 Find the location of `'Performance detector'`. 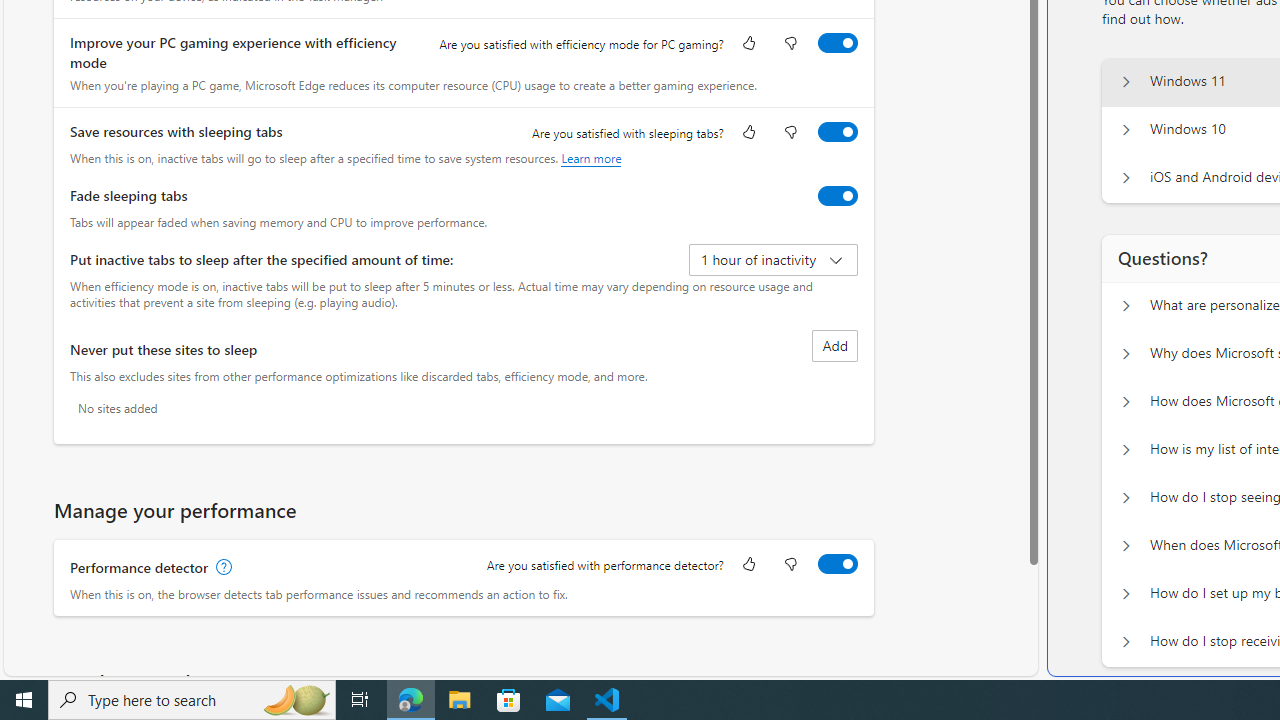

'Performance detector' is located at coordinates (837, 563).